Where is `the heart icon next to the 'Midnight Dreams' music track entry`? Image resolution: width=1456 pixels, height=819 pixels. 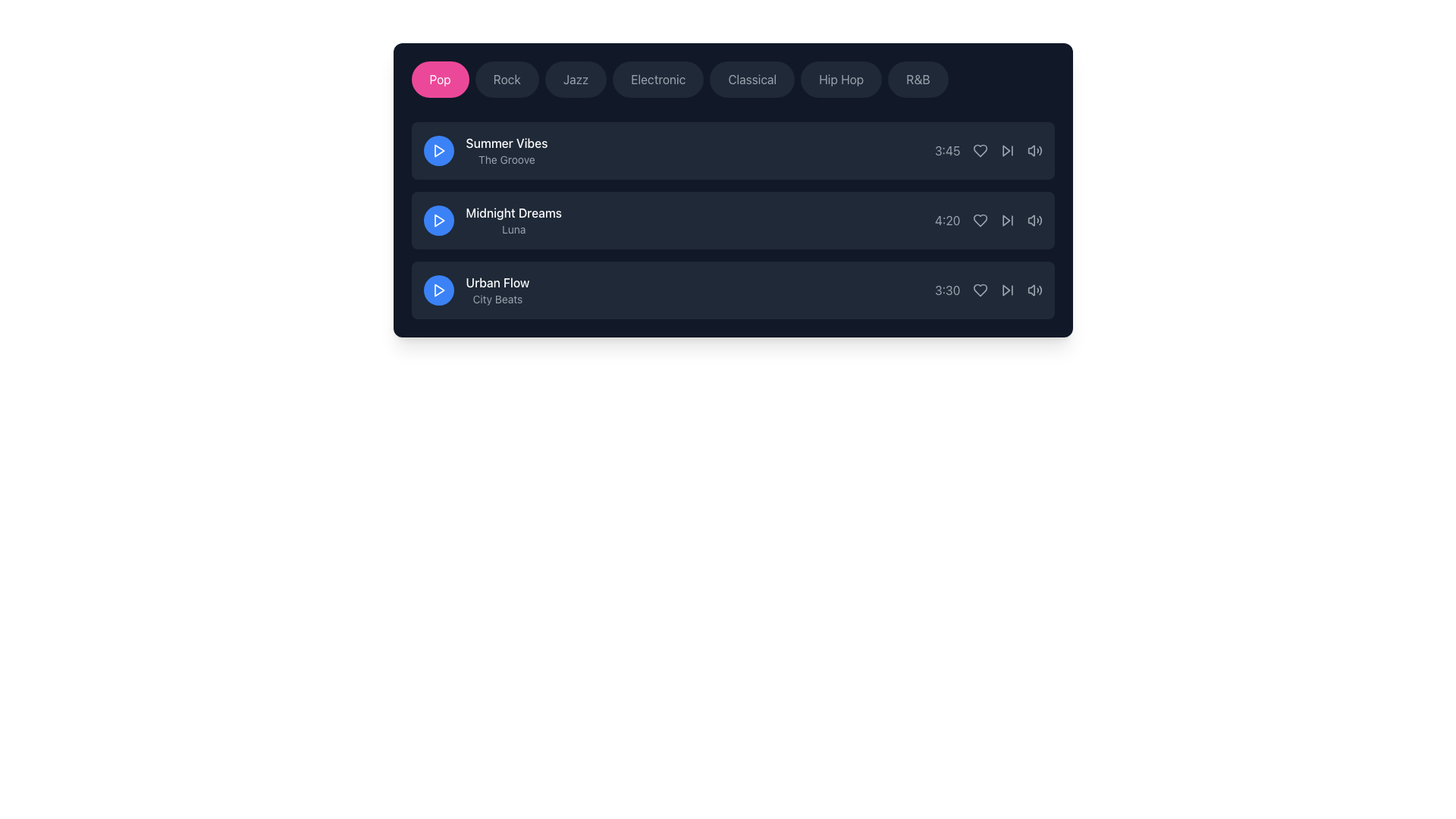
the heart icon next to the 'Midnight Dreams' music track entry is located at coordinates (980, 220).